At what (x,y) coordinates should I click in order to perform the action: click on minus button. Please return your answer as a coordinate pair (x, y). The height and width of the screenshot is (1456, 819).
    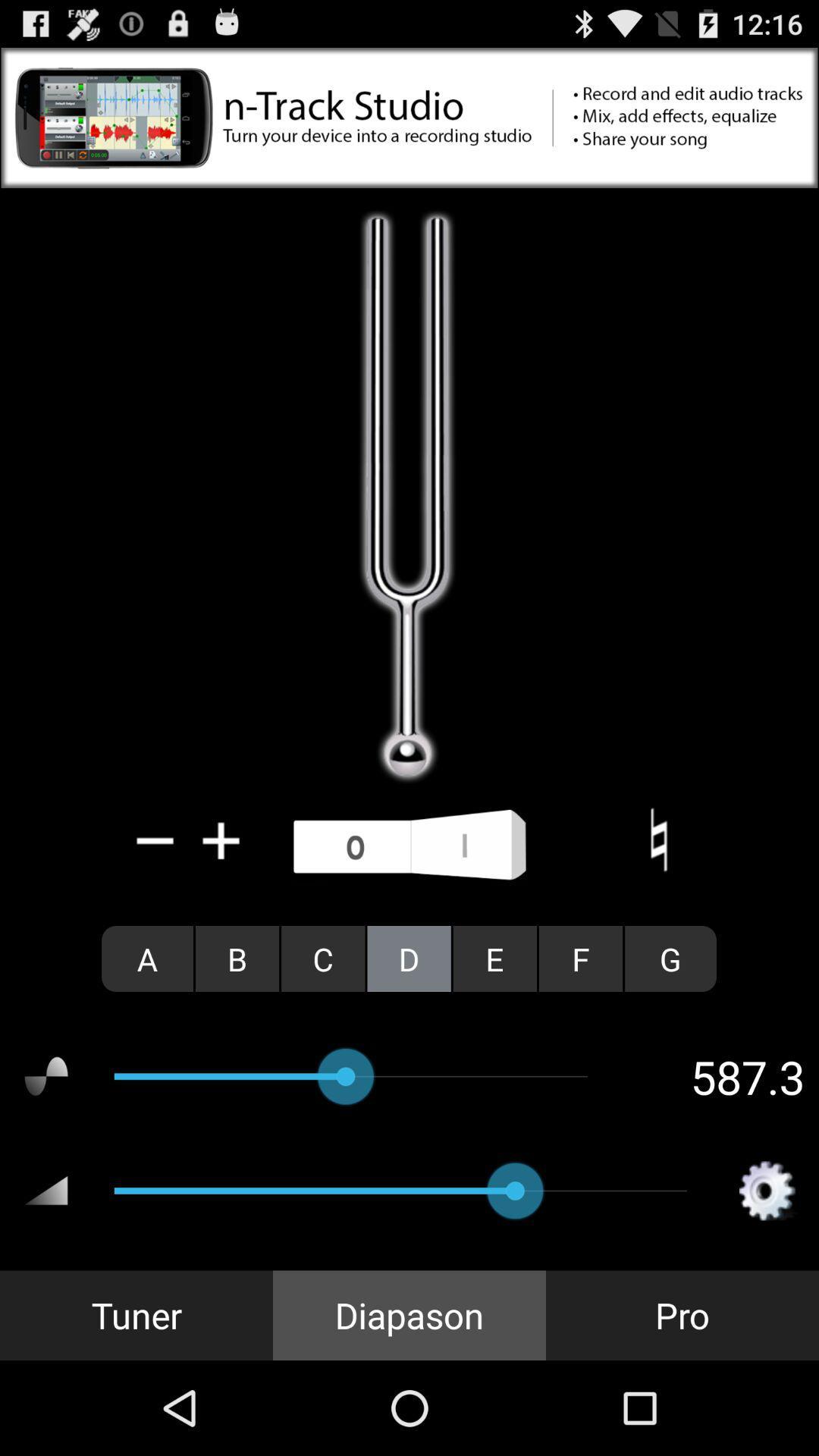
    Looking at the image, I should click on (155, 839).